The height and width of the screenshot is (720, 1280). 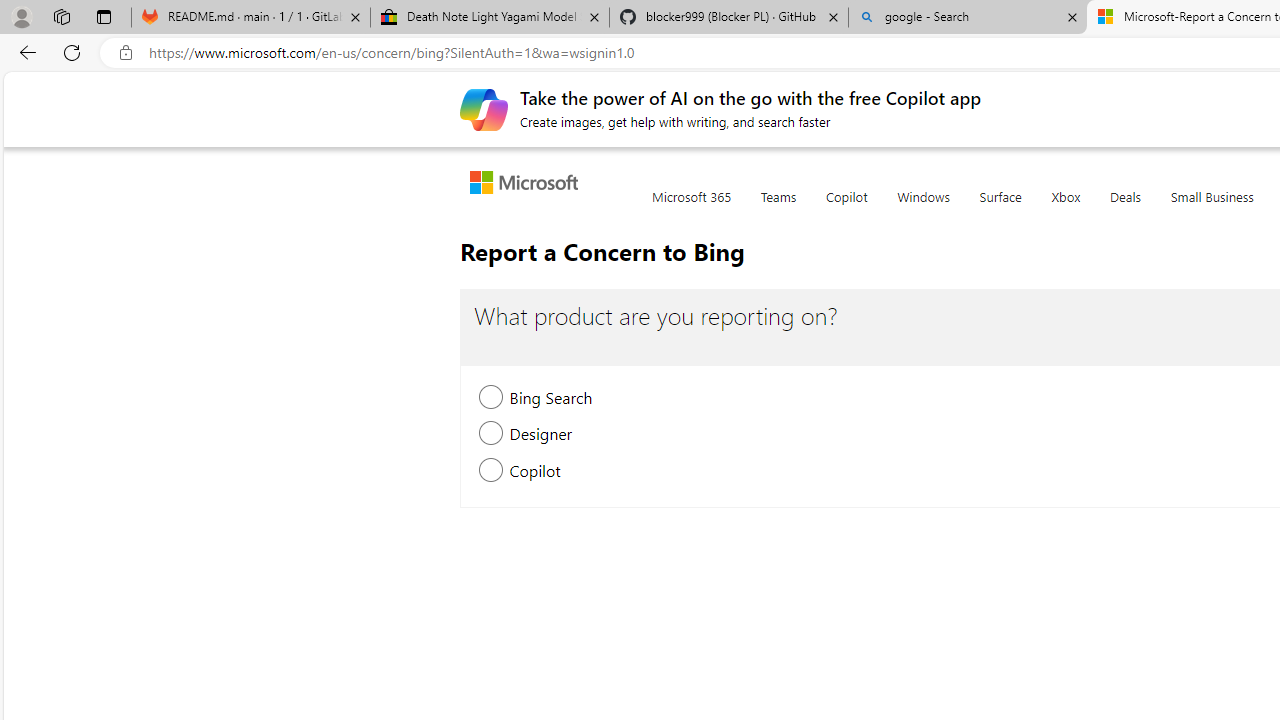 What do you see at coordinates (922, 208) in the screenshot?
I see `'Windows'` at bounding box center [922, 208].